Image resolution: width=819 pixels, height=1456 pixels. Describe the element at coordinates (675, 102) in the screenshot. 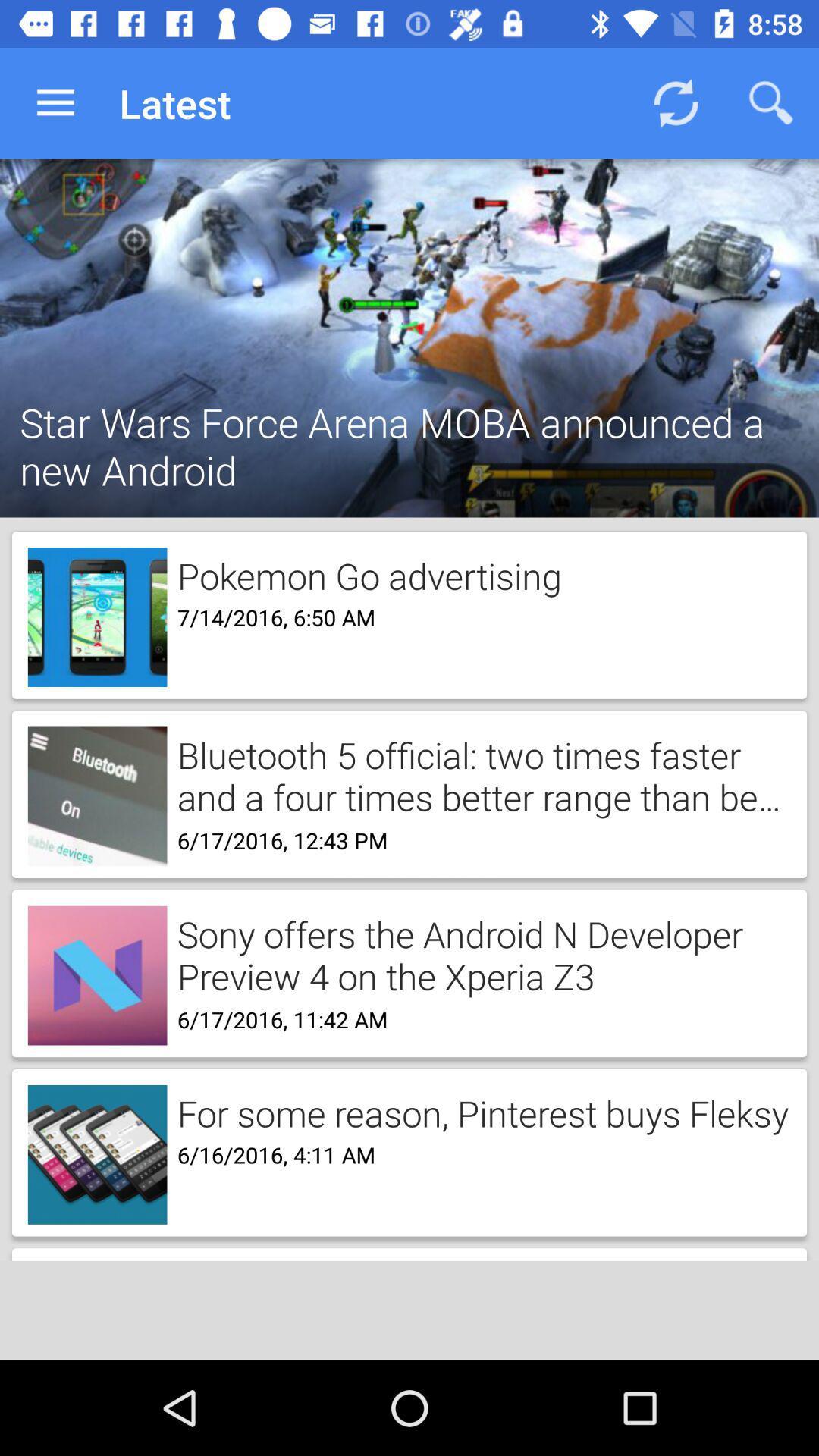

I see `the icon to the right of the latest app` at that location.